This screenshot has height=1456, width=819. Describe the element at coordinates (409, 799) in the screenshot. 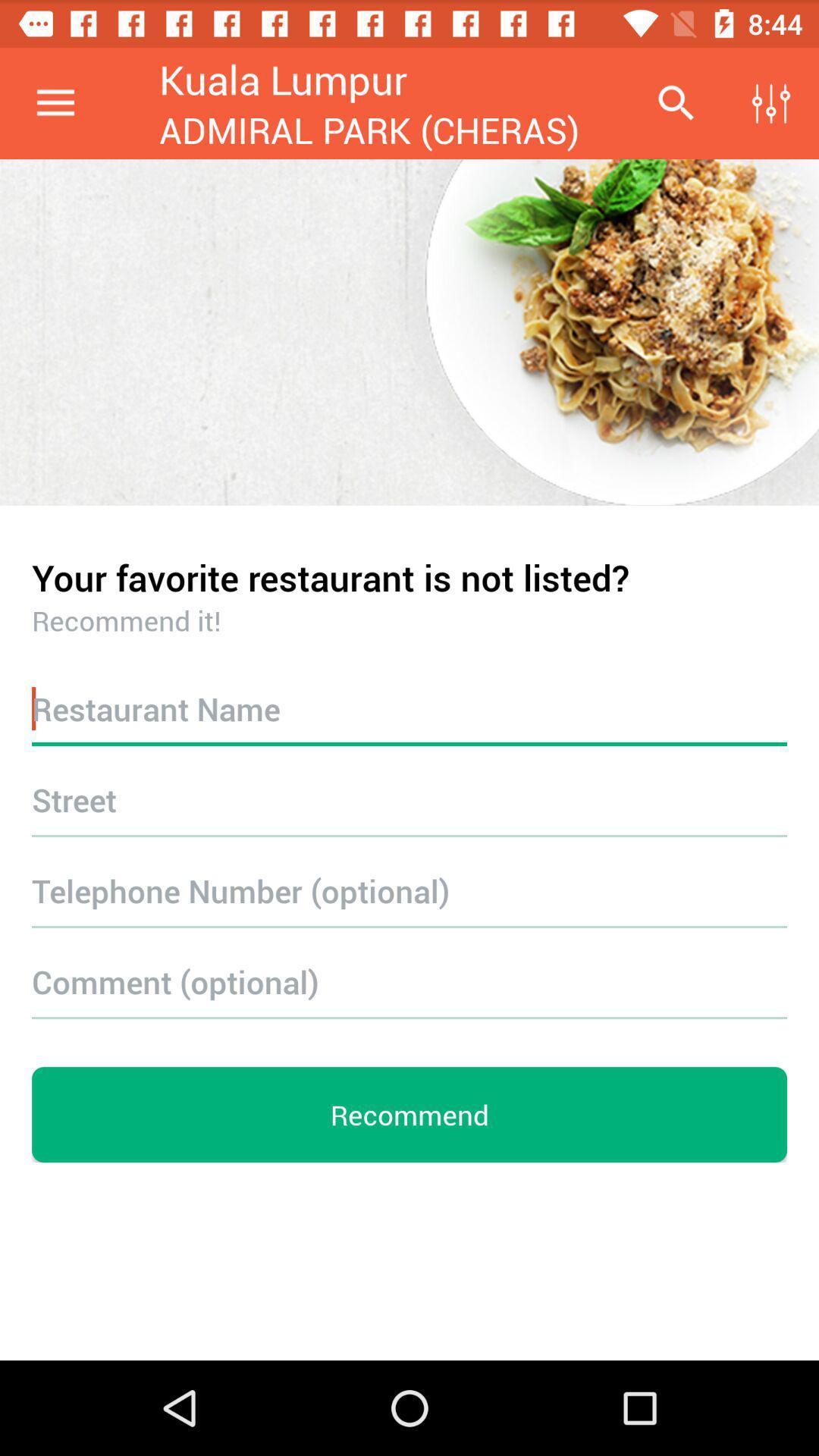

I see `street address of restaurant` at that location.